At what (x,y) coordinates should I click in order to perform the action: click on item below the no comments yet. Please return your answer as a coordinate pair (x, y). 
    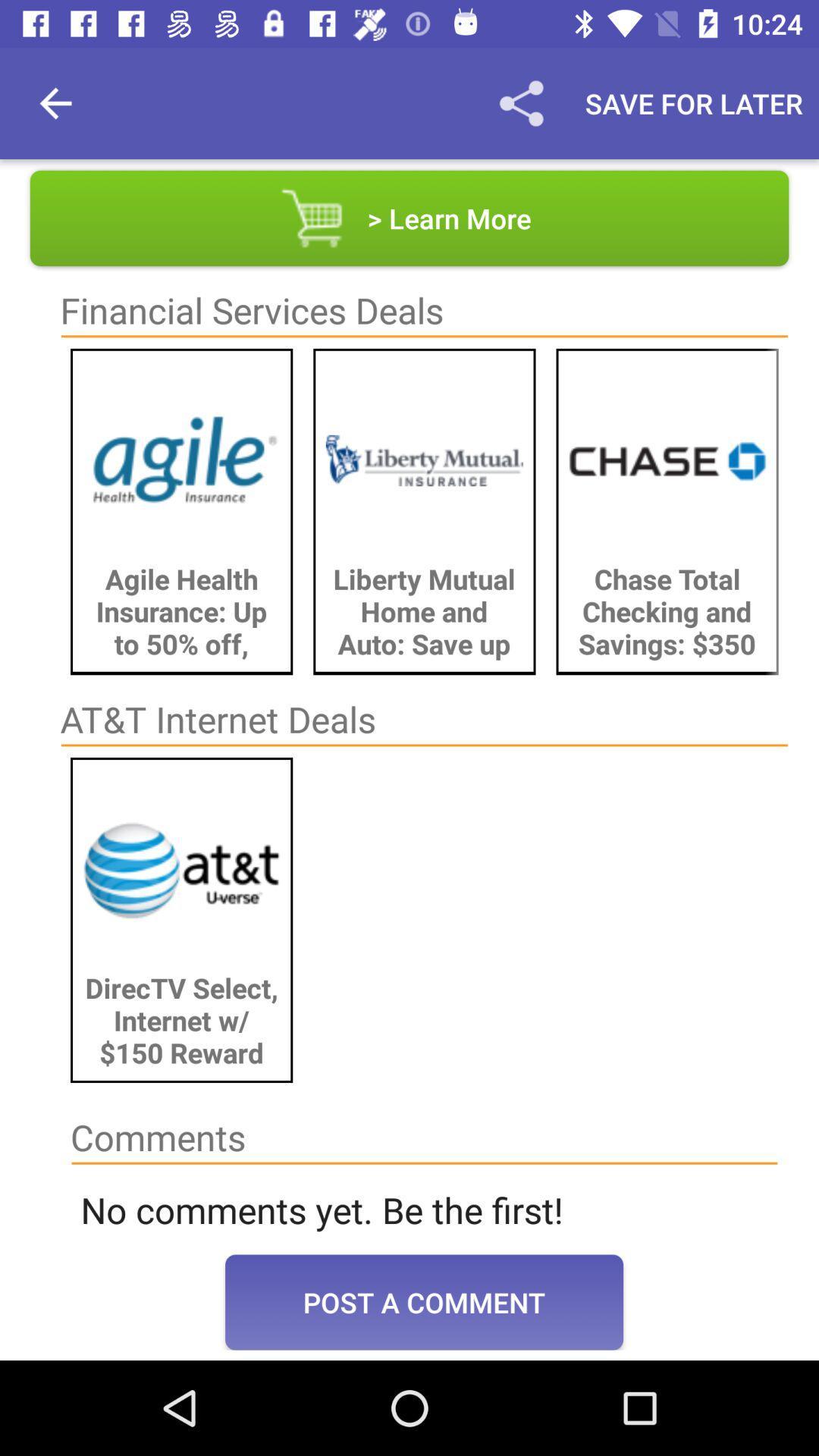
    Looking at the image, I should click on (424, 1301).